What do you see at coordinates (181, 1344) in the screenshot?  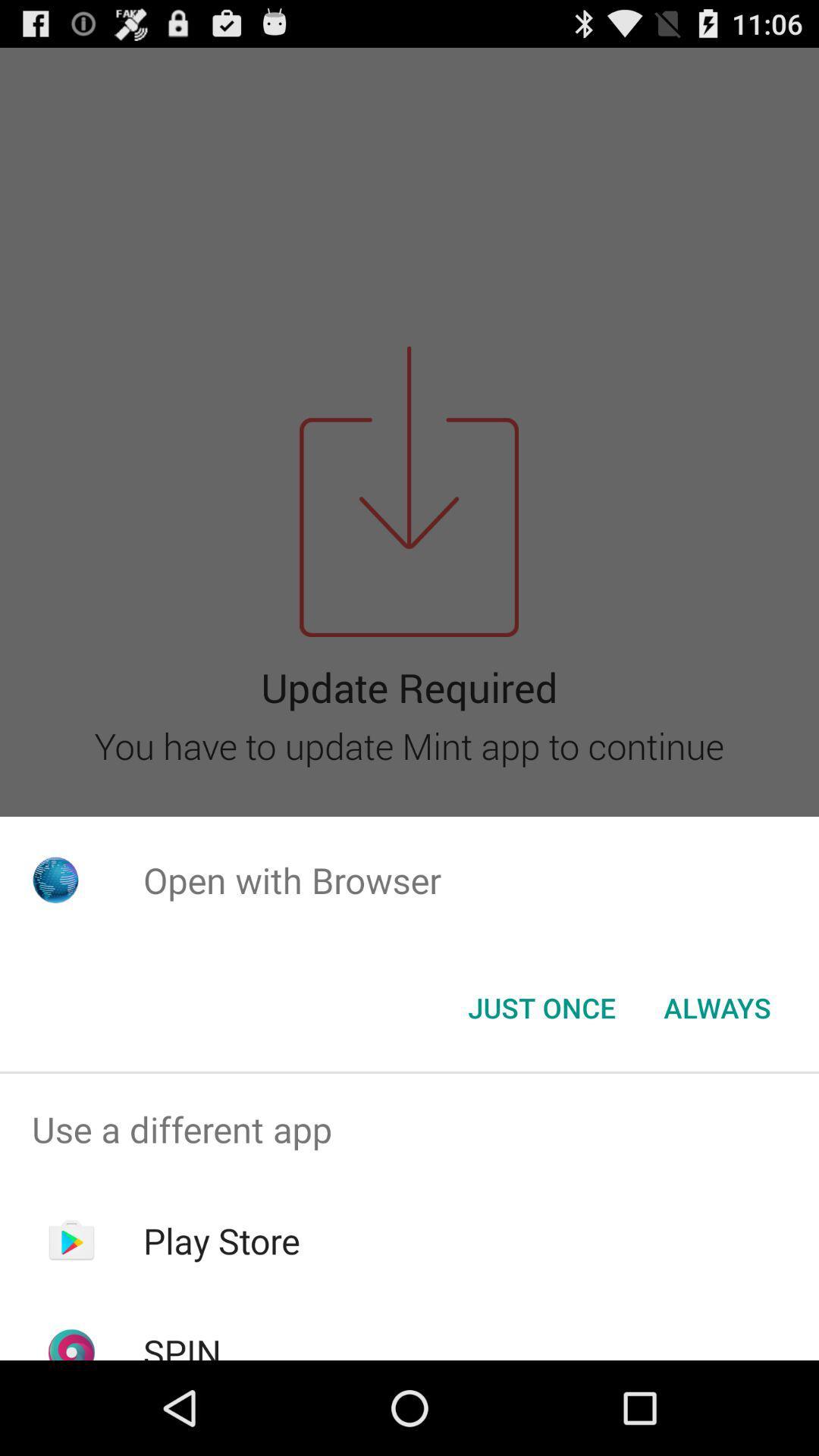 I see `the spin` at bounding box center [181, 1344].